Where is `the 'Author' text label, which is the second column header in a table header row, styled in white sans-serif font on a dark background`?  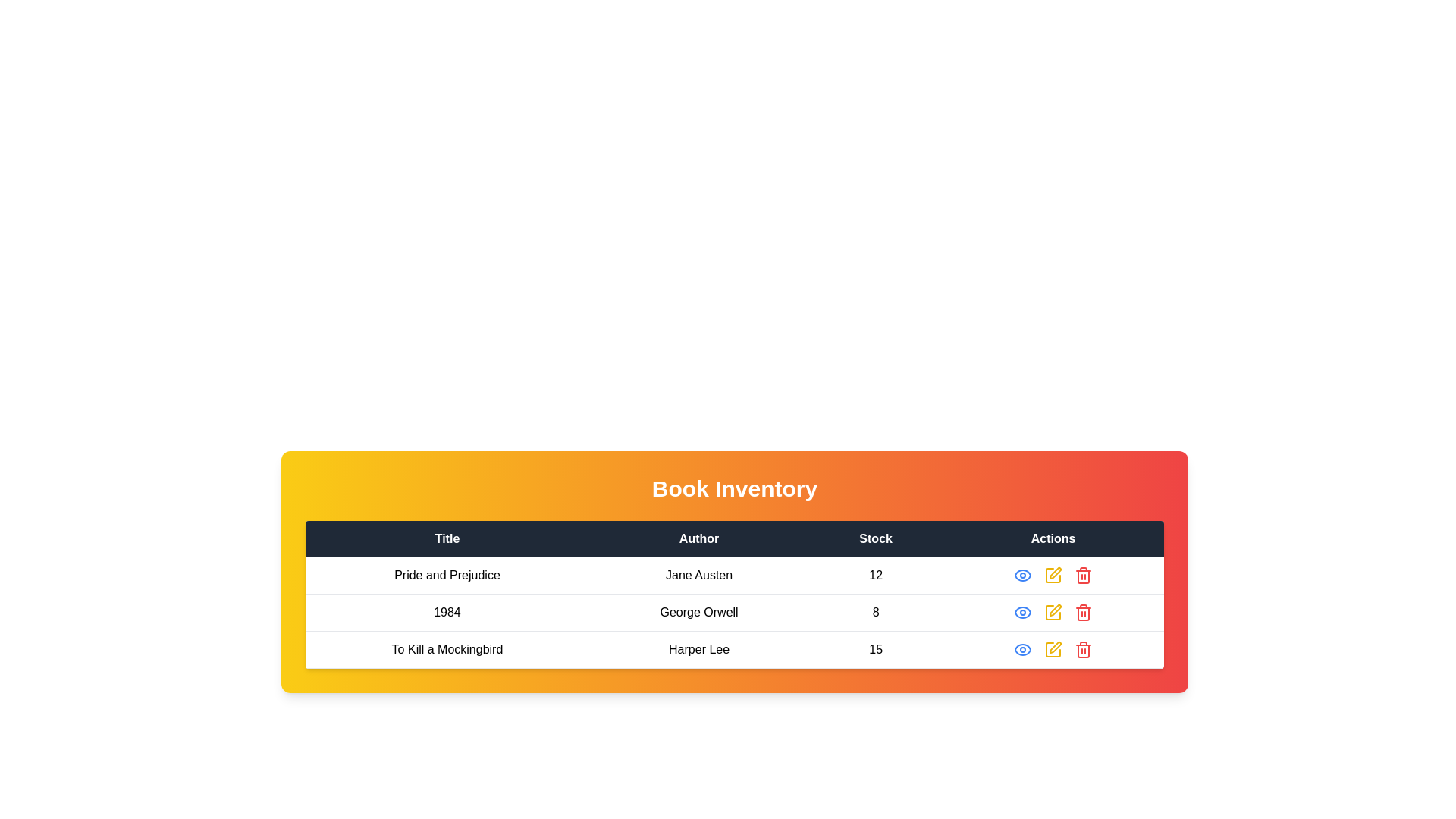
the 'Author' text label, which is the second column header in a table header row, styled in white sans-serif font on a dark background is located at coordinates (698, 538).